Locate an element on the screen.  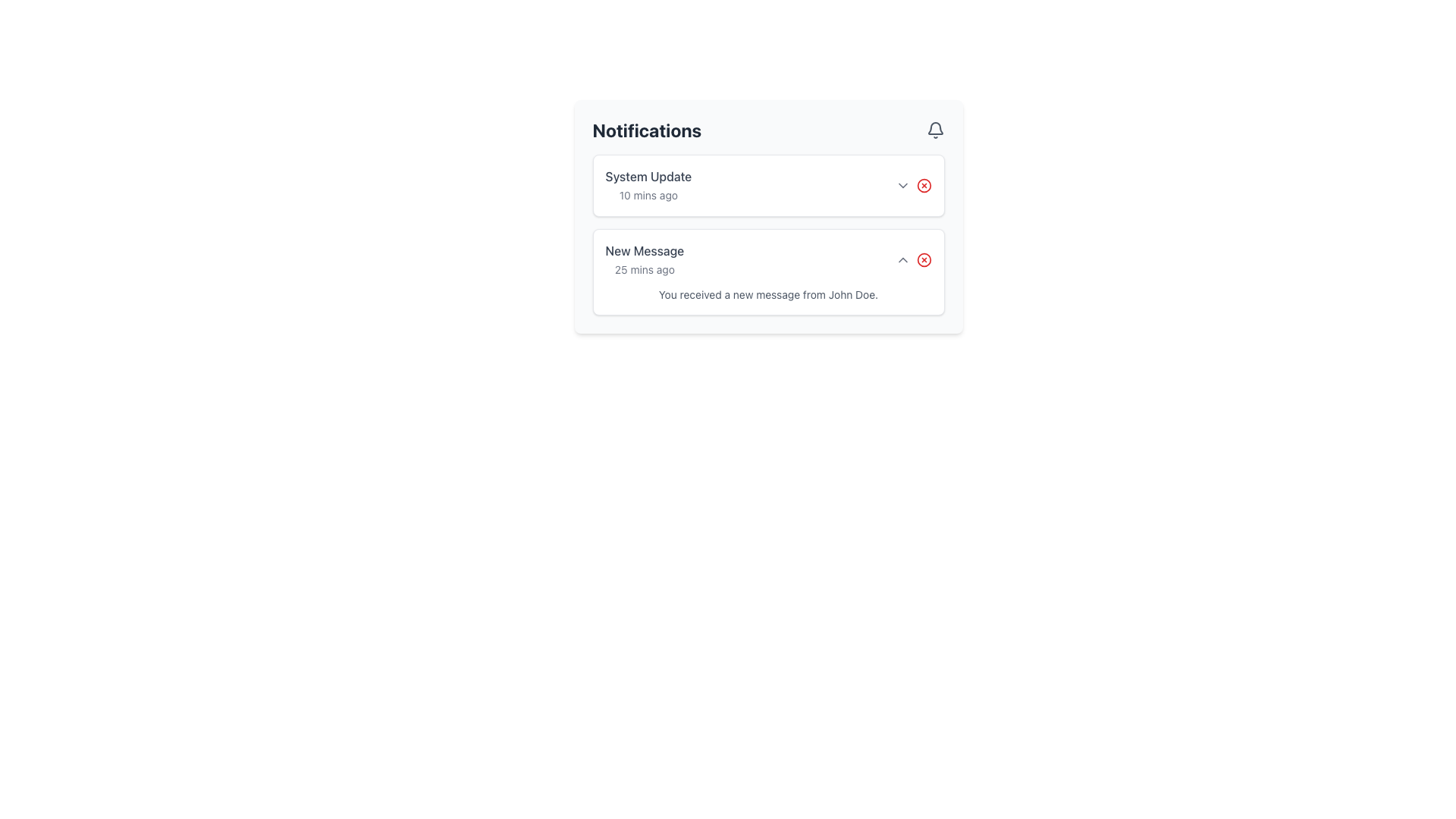
the text label displaying 'New Message' in bold, dark gray within the second notification card is located at coordinates (645, 250).